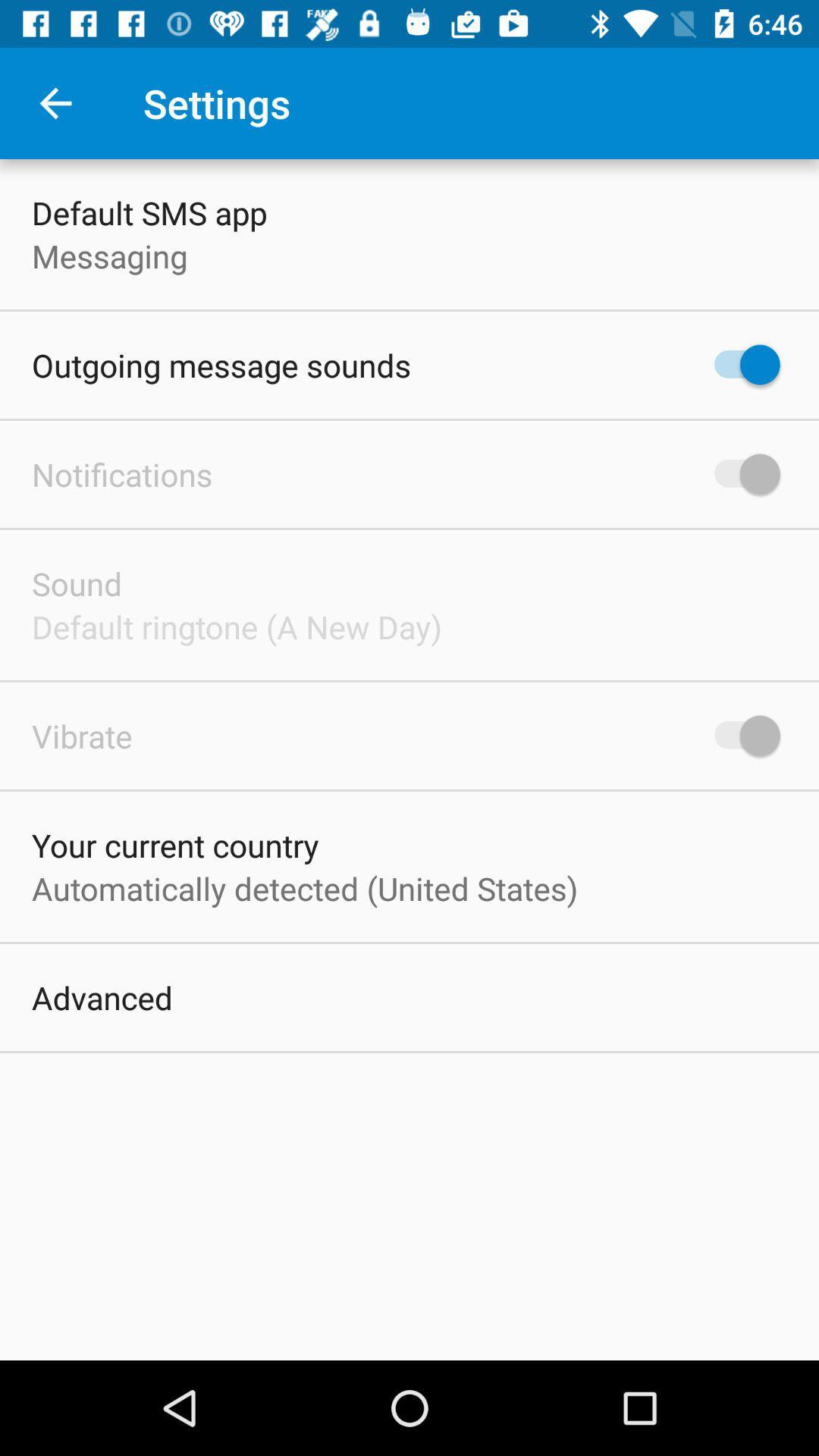 The width and height of the screenshot is (819, 1456). What do you see at coordinates (55, 102) in the screenshot?
I see `app to the left of the settings` at bounding box center [55, 102].